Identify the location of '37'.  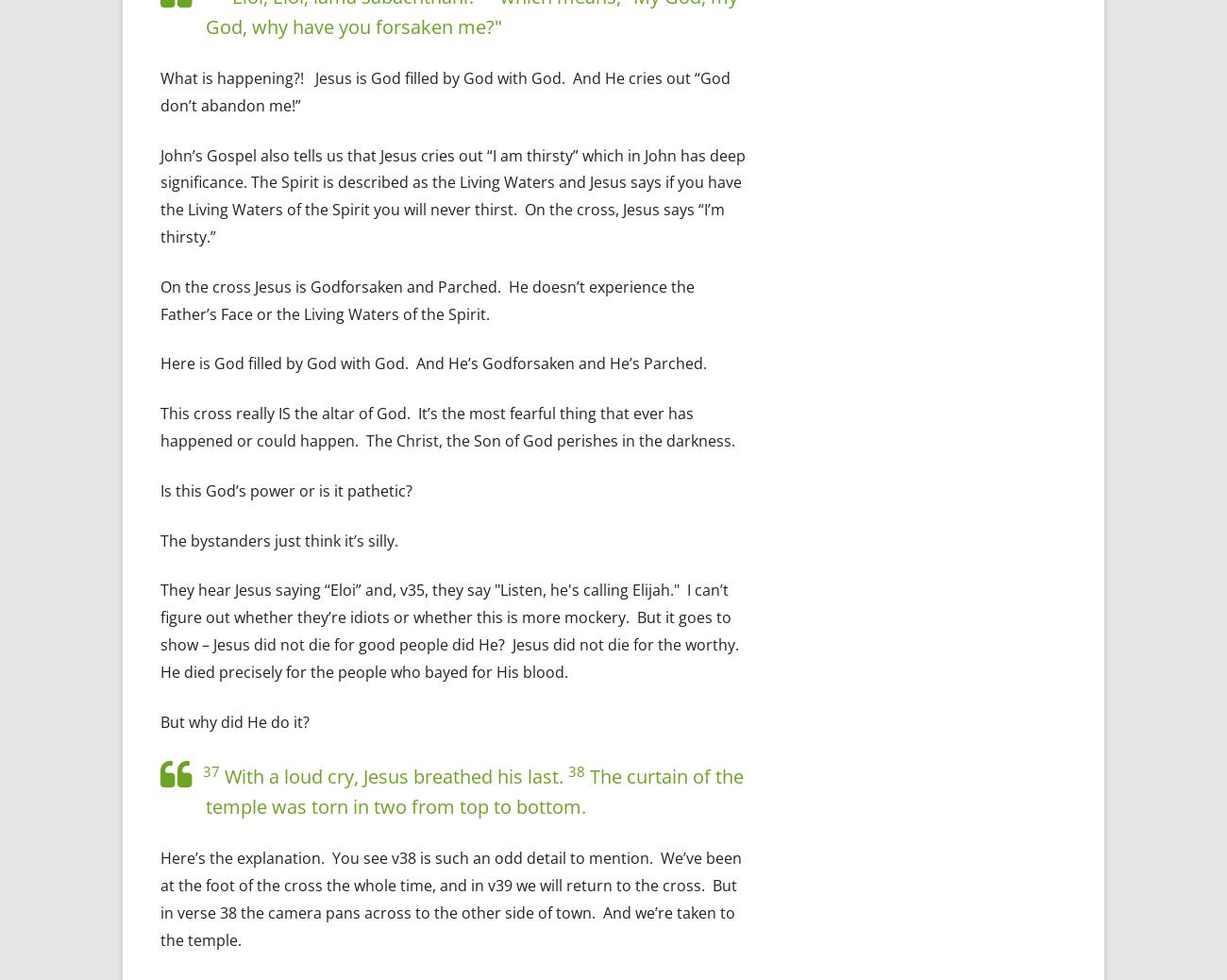
(210, 769).